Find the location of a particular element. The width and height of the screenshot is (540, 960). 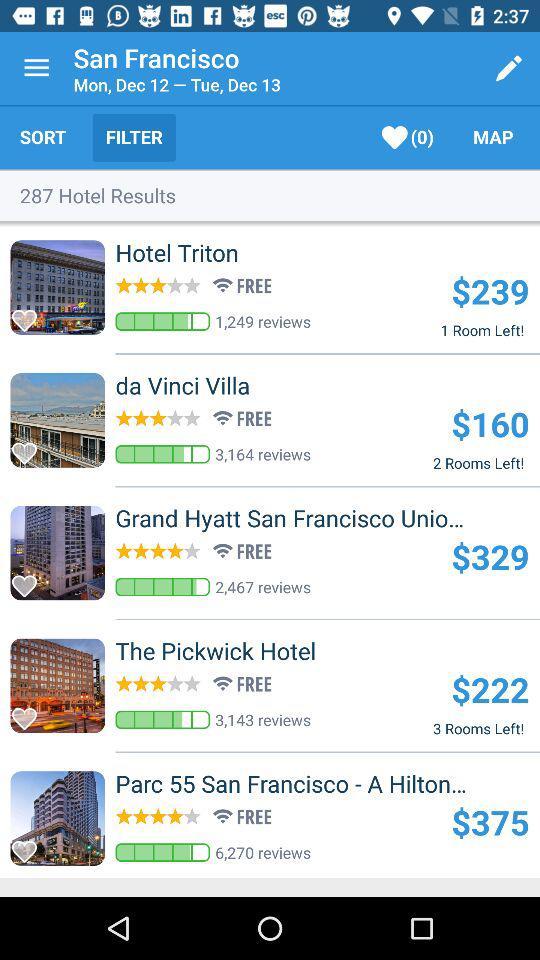

icon next to the the pickwick hotel item is located at coordinates (489, 689).